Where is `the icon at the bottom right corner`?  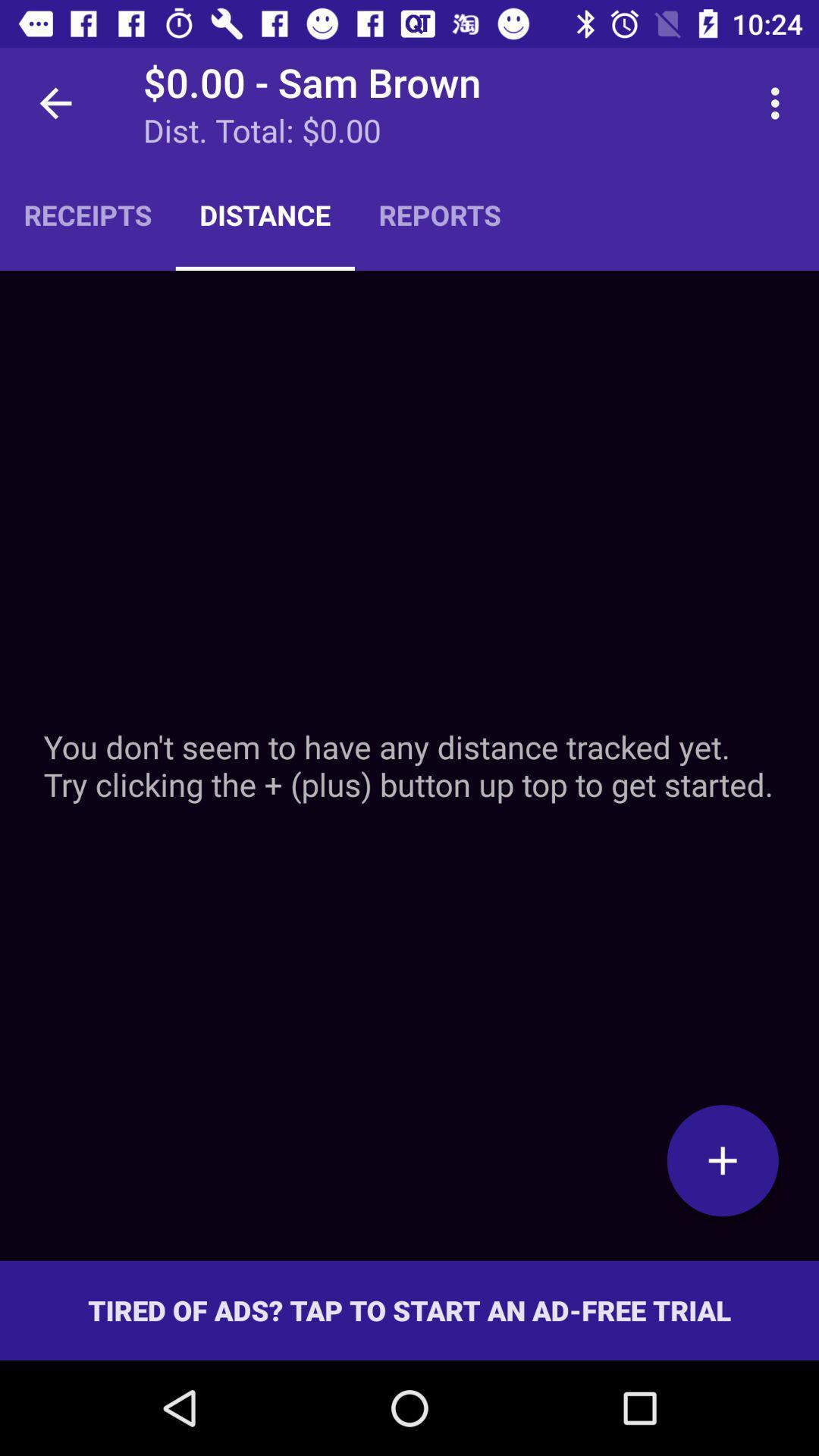 the icon at the bottom right corner is located at coordinates (722, 1159).